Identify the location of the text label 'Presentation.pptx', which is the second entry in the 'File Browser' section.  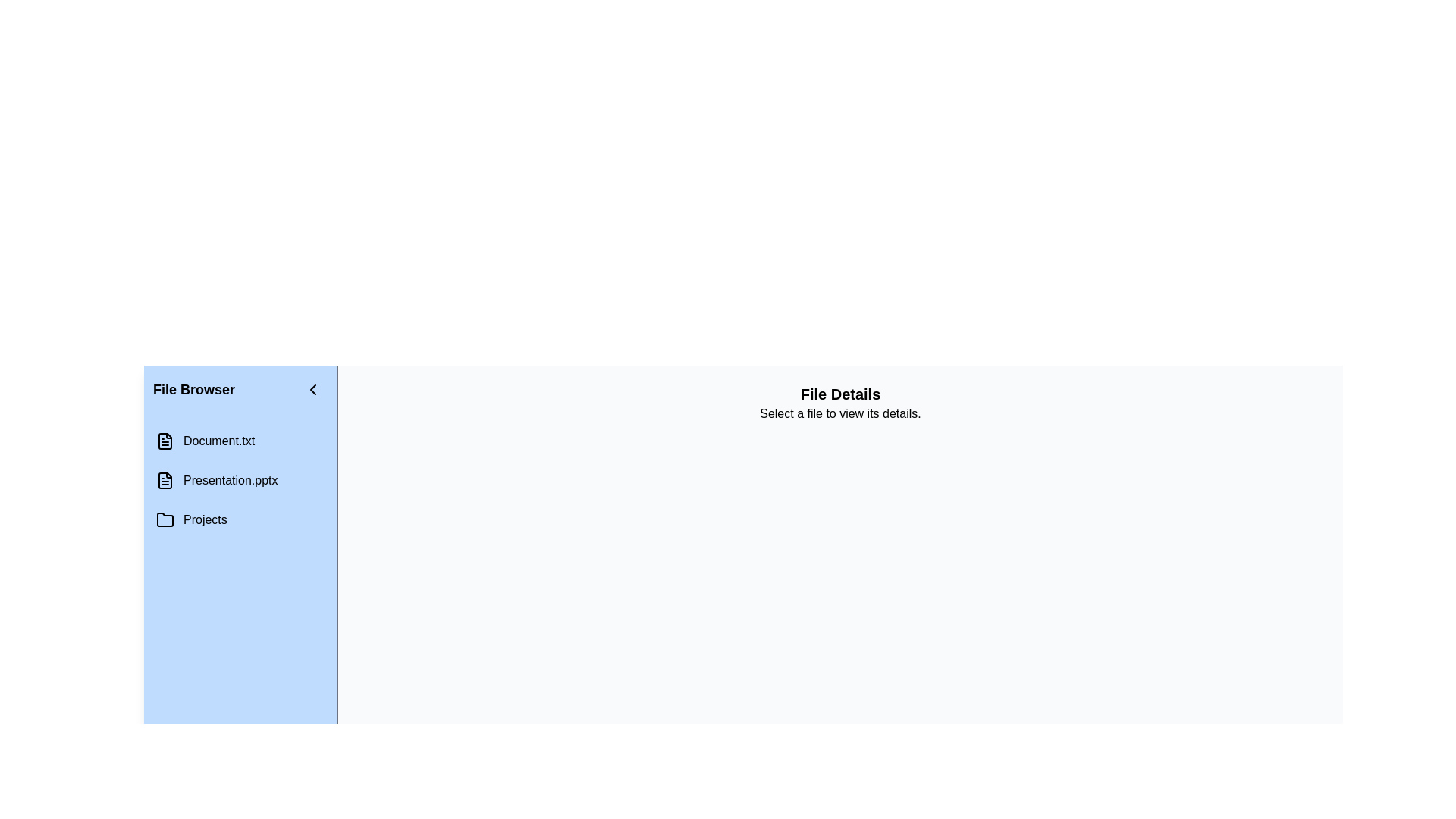
(230, 480).